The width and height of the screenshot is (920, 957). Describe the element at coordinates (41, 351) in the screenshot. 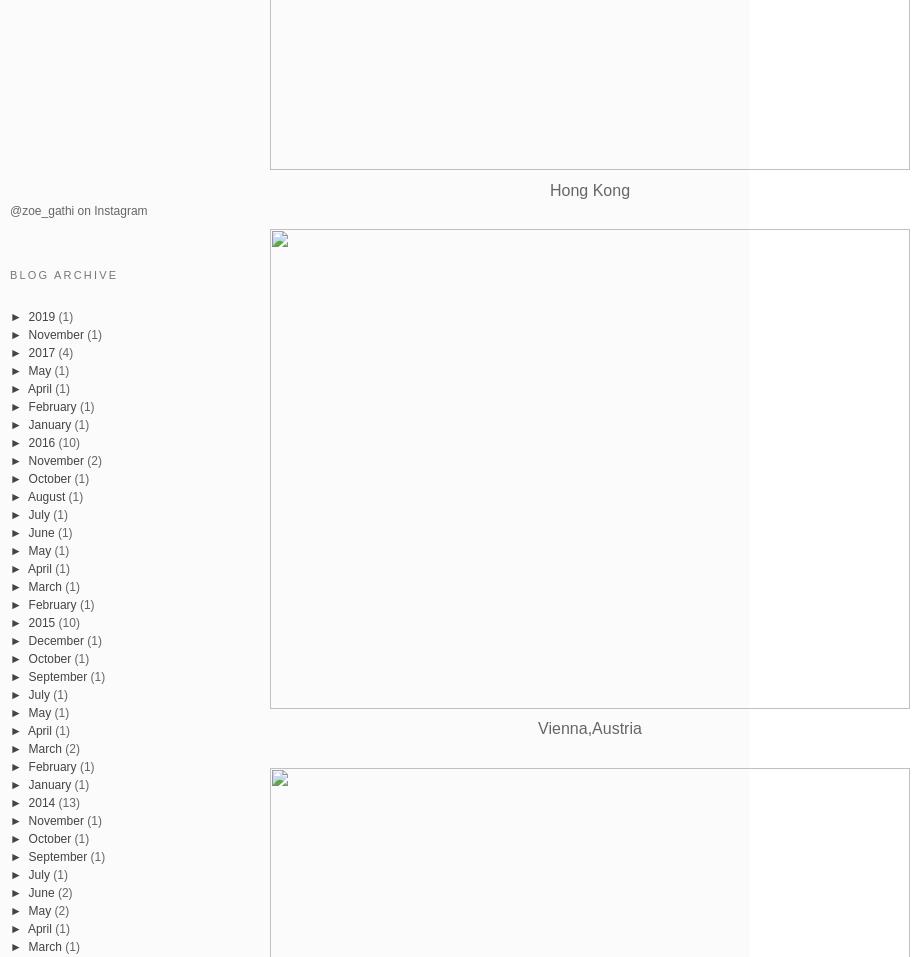

I see `'2017'` at that location.